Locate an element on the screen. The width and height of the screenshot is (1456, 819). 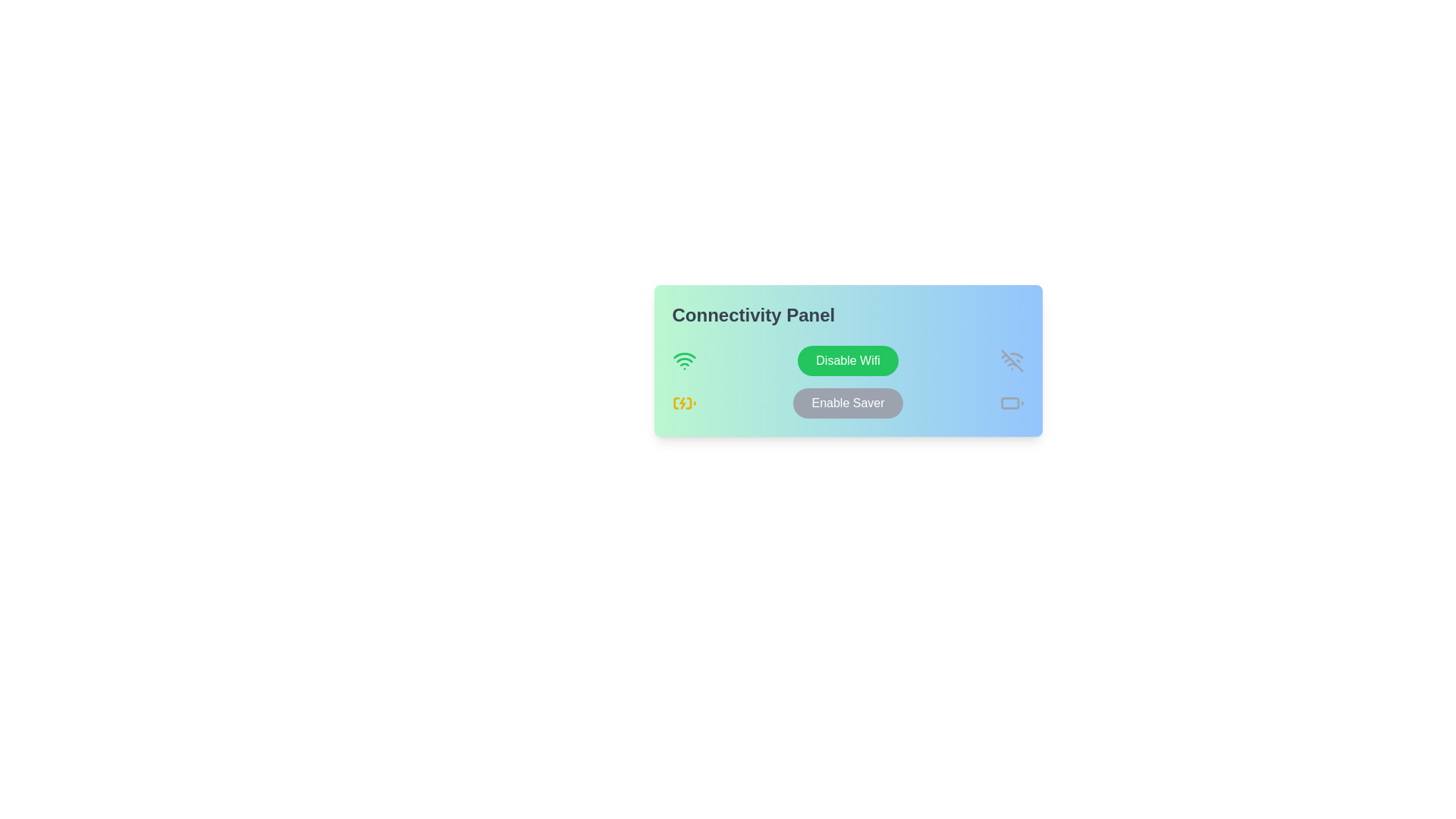
the second interactive button in the vertical list below the 'Disable Wifi' text is located at coordinates (847, 403).